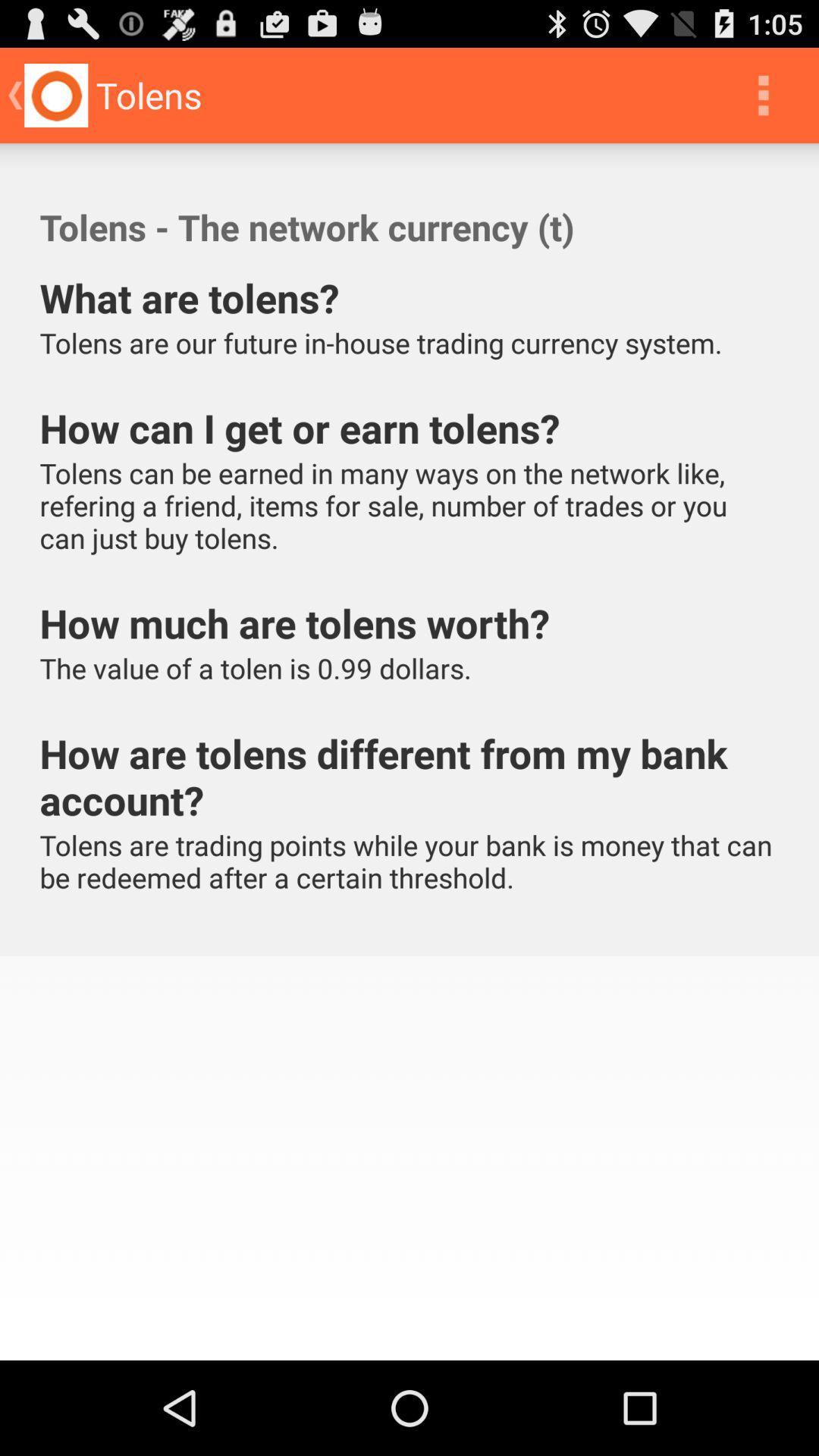 The image size is (819, 1456). Describe the element at coordinates (763, 94) in the screenshot. I see `the app above tolens are our` at that location.